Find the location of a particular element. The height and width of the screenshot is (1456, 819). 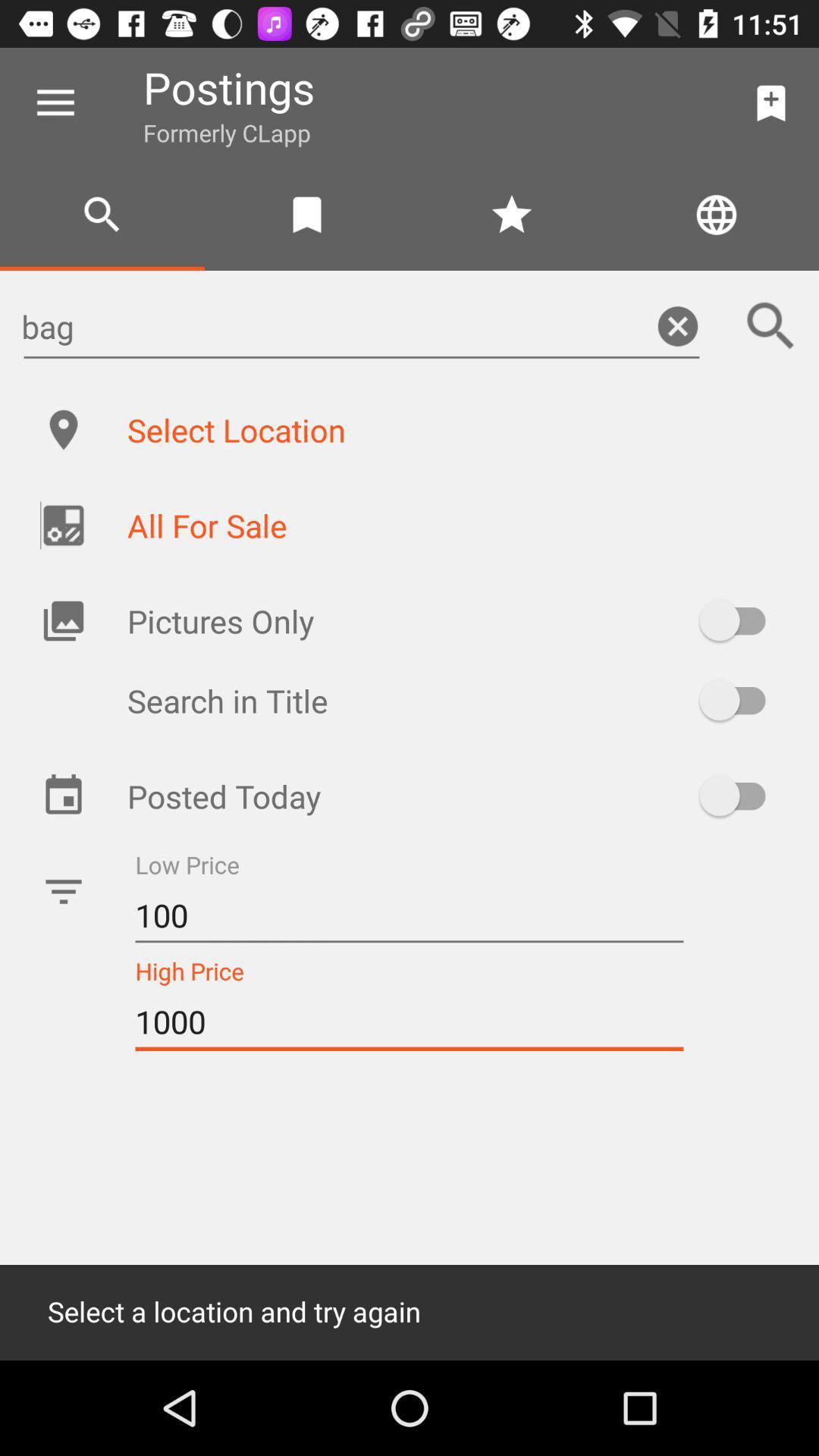

magnifying glass is located at coordinates (771, 325).